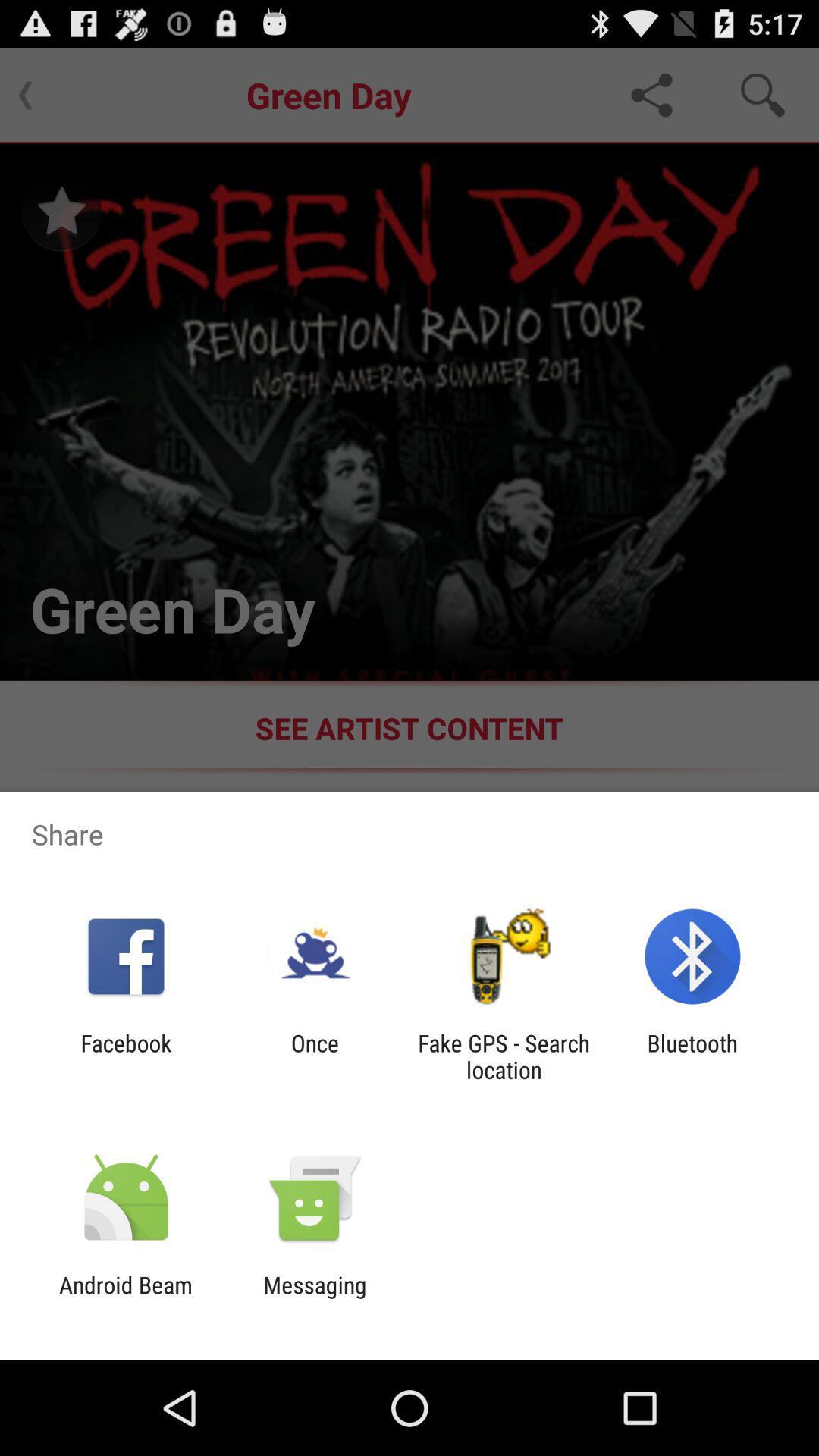 This screenshot has height=1456, width=819. Describe the element at coordinates (125, 1298) in the screenshot. I see `the android beam app` at that location.